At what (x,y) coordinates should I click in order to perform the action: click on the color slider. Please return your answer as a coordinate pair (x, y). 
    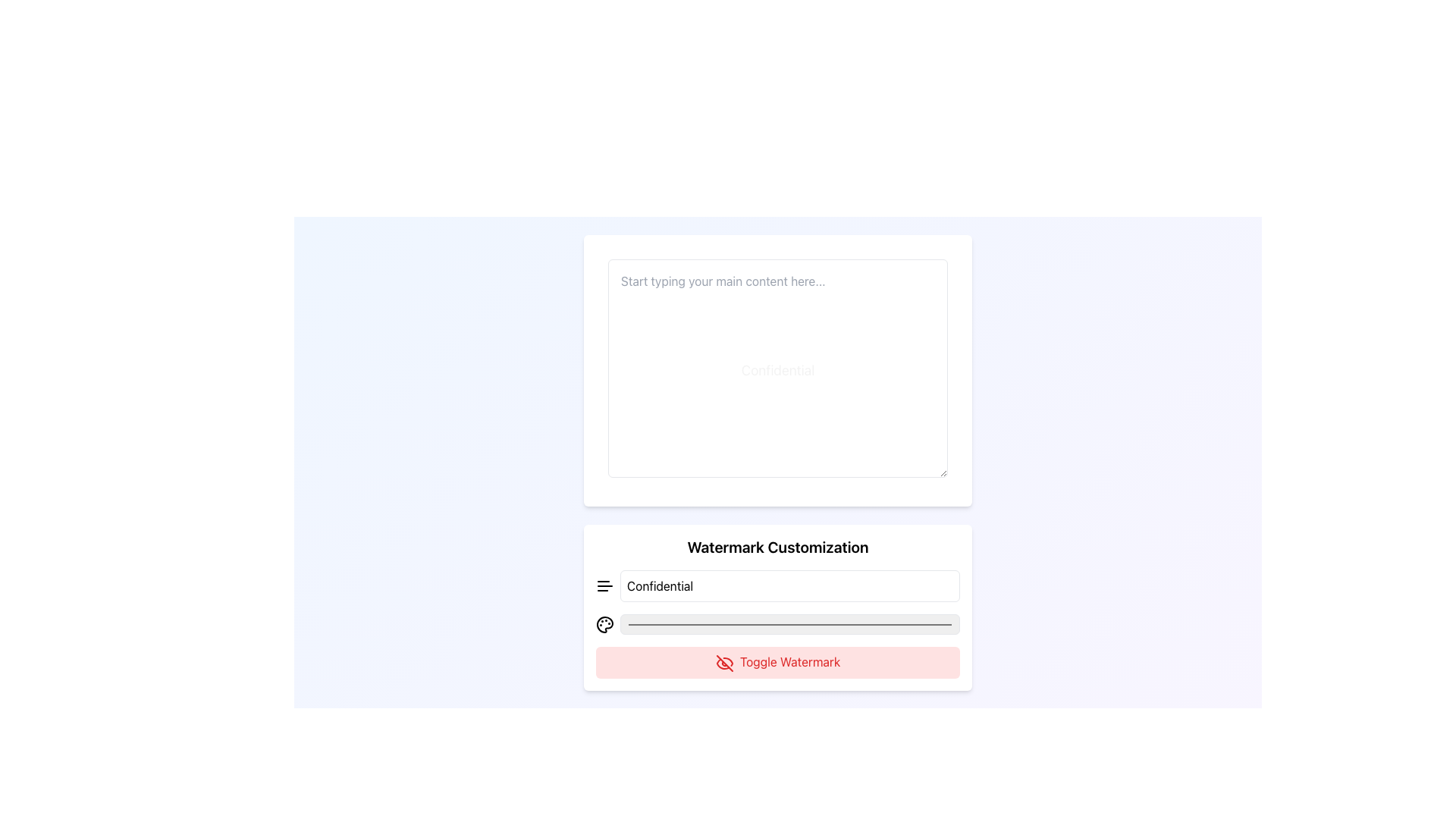
    Looking at the image, I should click on (908, 624).